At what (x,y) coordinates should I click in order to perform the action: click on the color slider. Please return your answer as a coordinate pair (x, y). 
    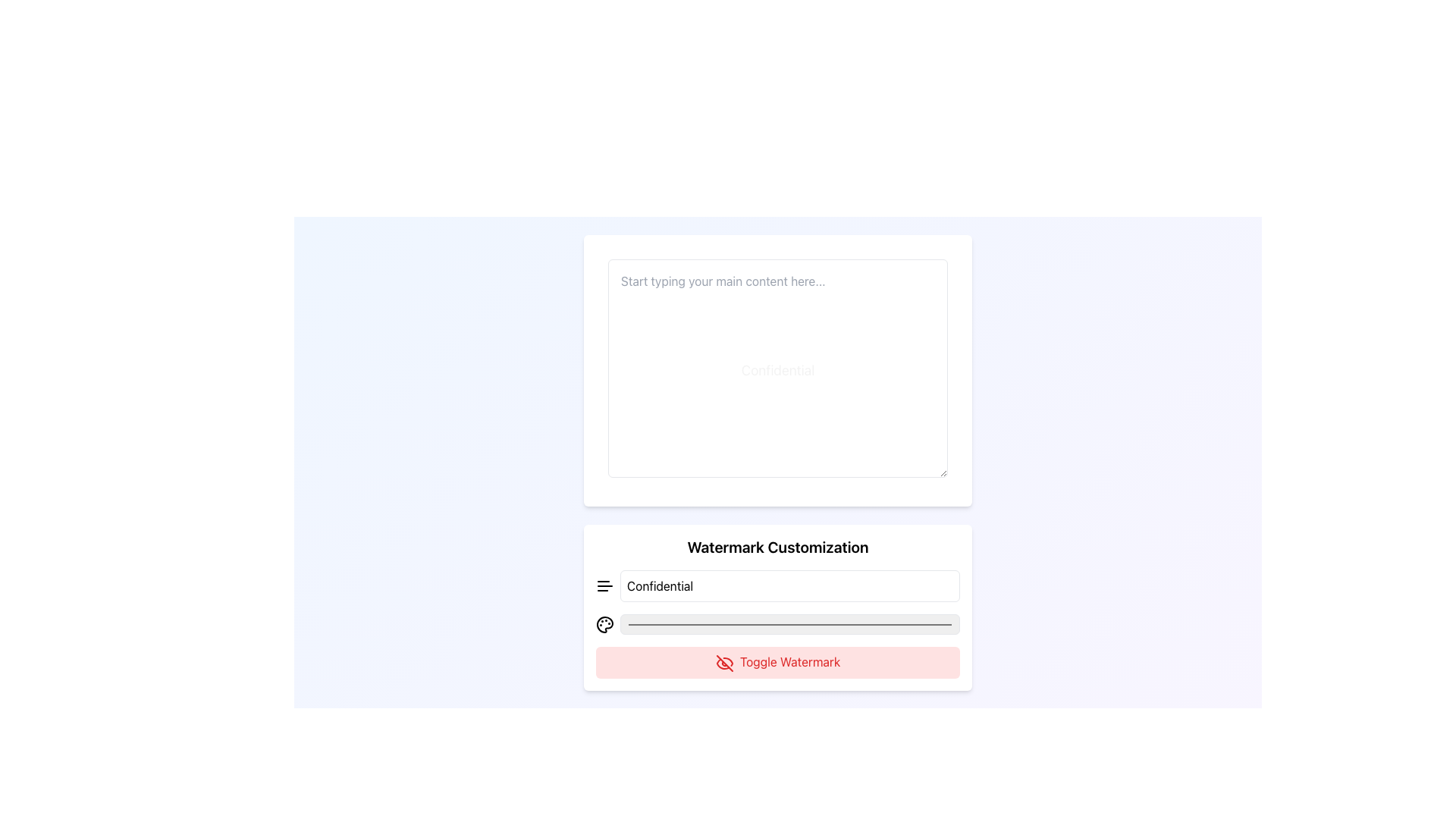
    Looking at the image, I should click on (908, 624).